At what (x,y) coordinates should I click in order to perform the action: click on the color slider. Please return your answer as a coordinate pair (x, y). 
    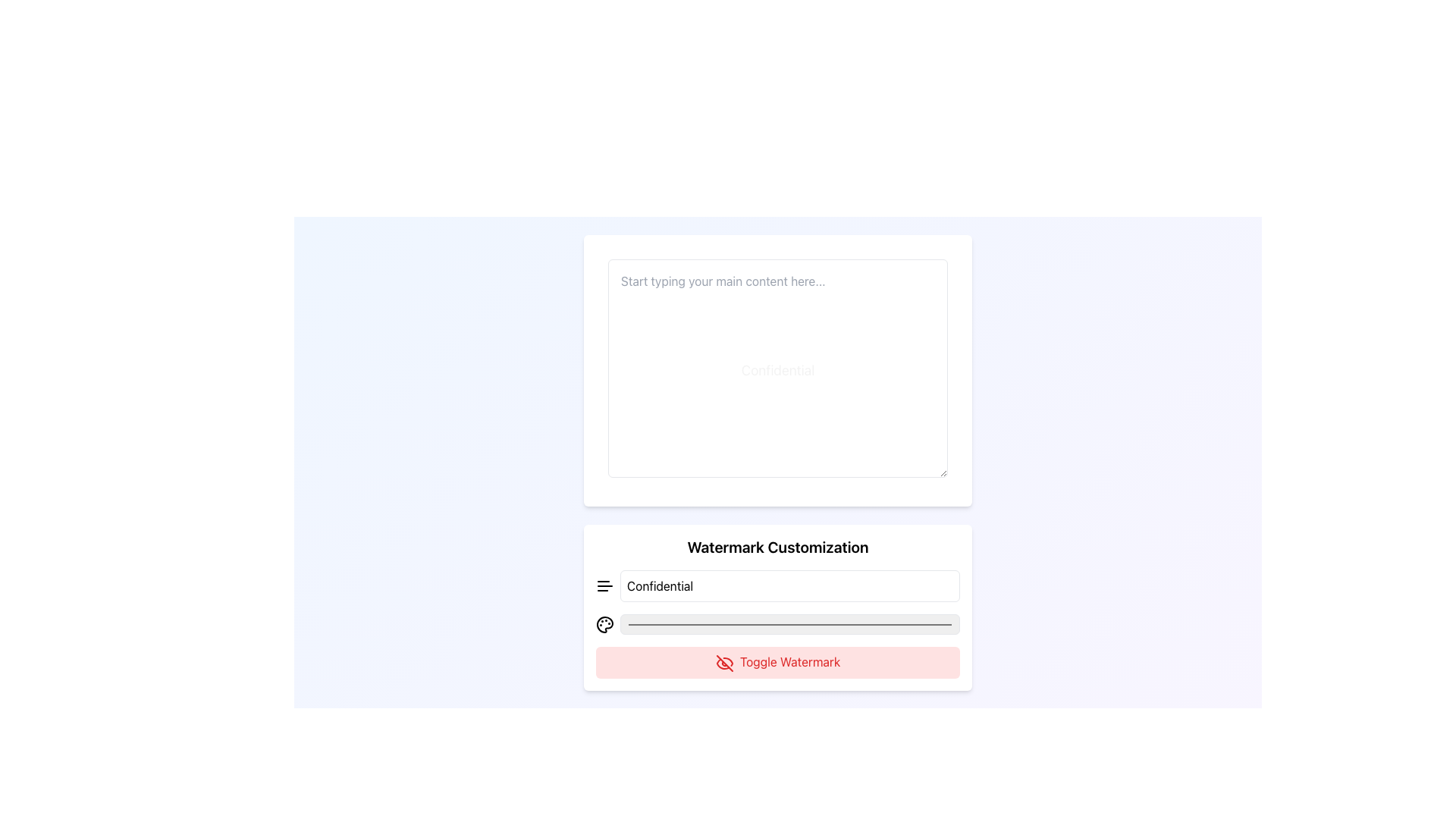
    Looking at the image, I should click on (908, 624).